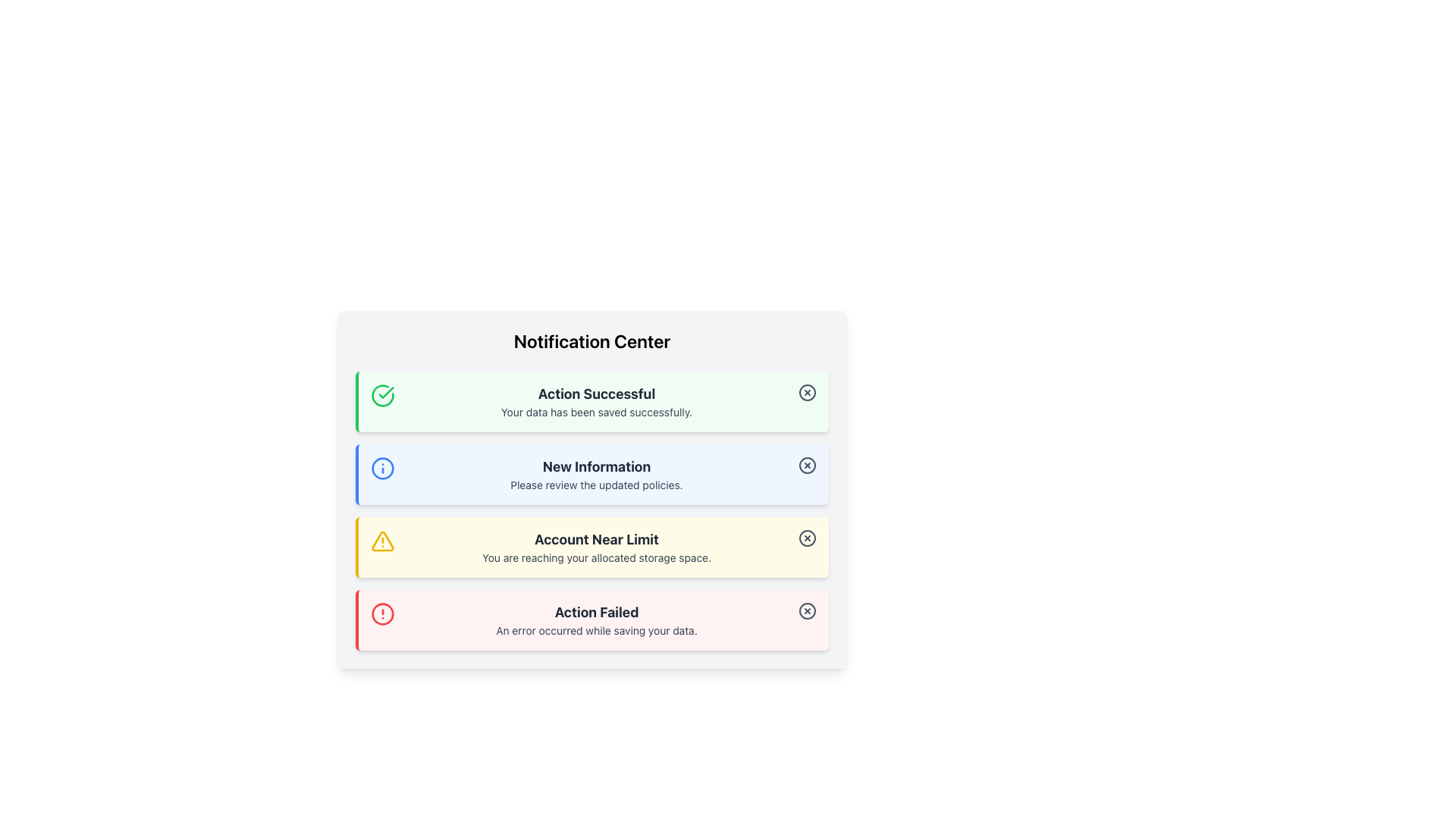  Describe the element at coordinates (807, 391) in the screenshot. I see `the circular close button with a gray border and white background, featuring an 'X' icon, located on the right side of the notification bar titled 'Action Successful'` at that location.